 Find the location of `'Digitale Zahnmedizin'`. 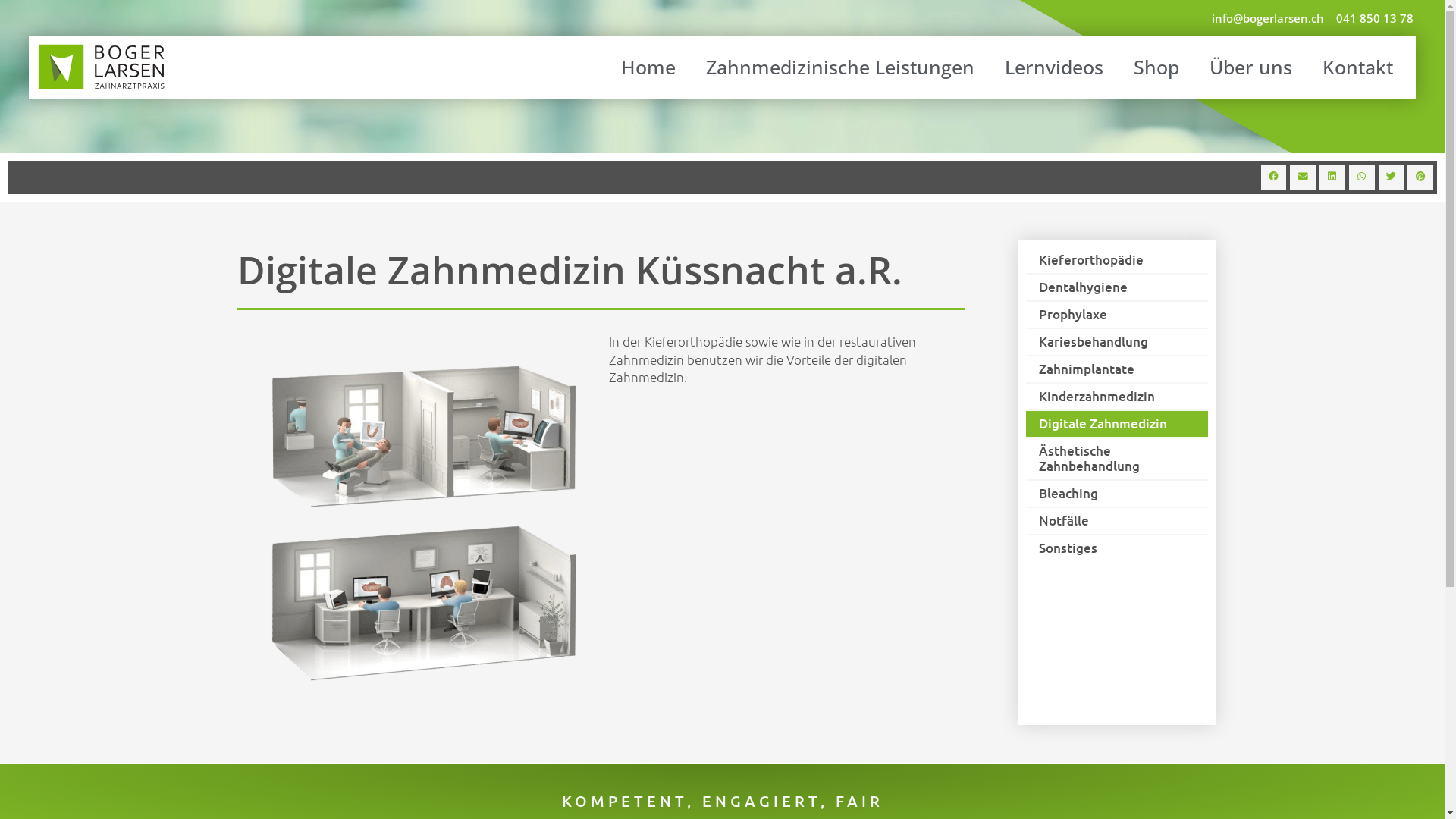

'Digitale Zahnmedizin' is located at coordinates (1116, 424).